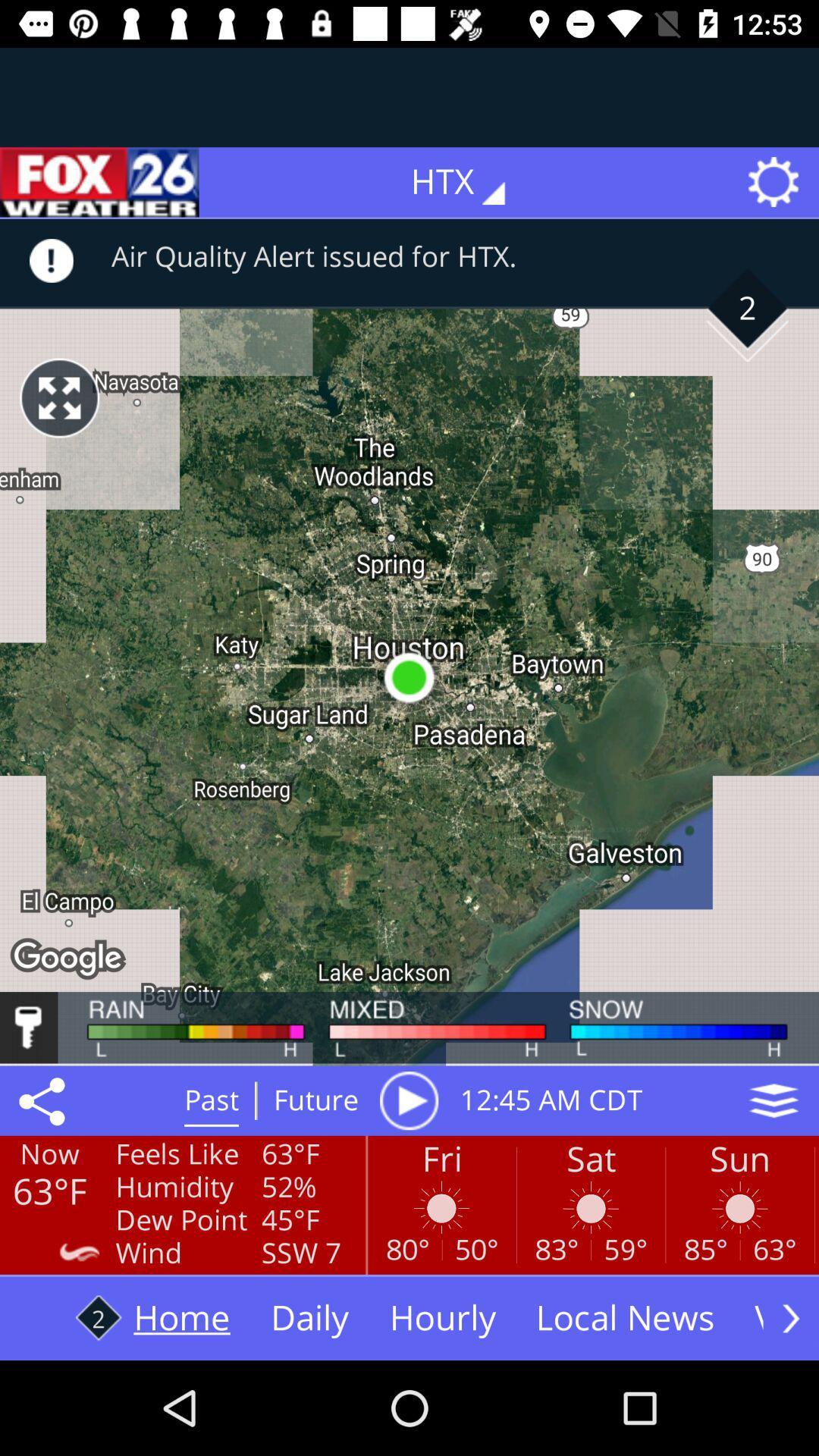  What do you see at coordinates (468, 182) in the screenshot?
I see `htx` at bounding box center [468, 182].